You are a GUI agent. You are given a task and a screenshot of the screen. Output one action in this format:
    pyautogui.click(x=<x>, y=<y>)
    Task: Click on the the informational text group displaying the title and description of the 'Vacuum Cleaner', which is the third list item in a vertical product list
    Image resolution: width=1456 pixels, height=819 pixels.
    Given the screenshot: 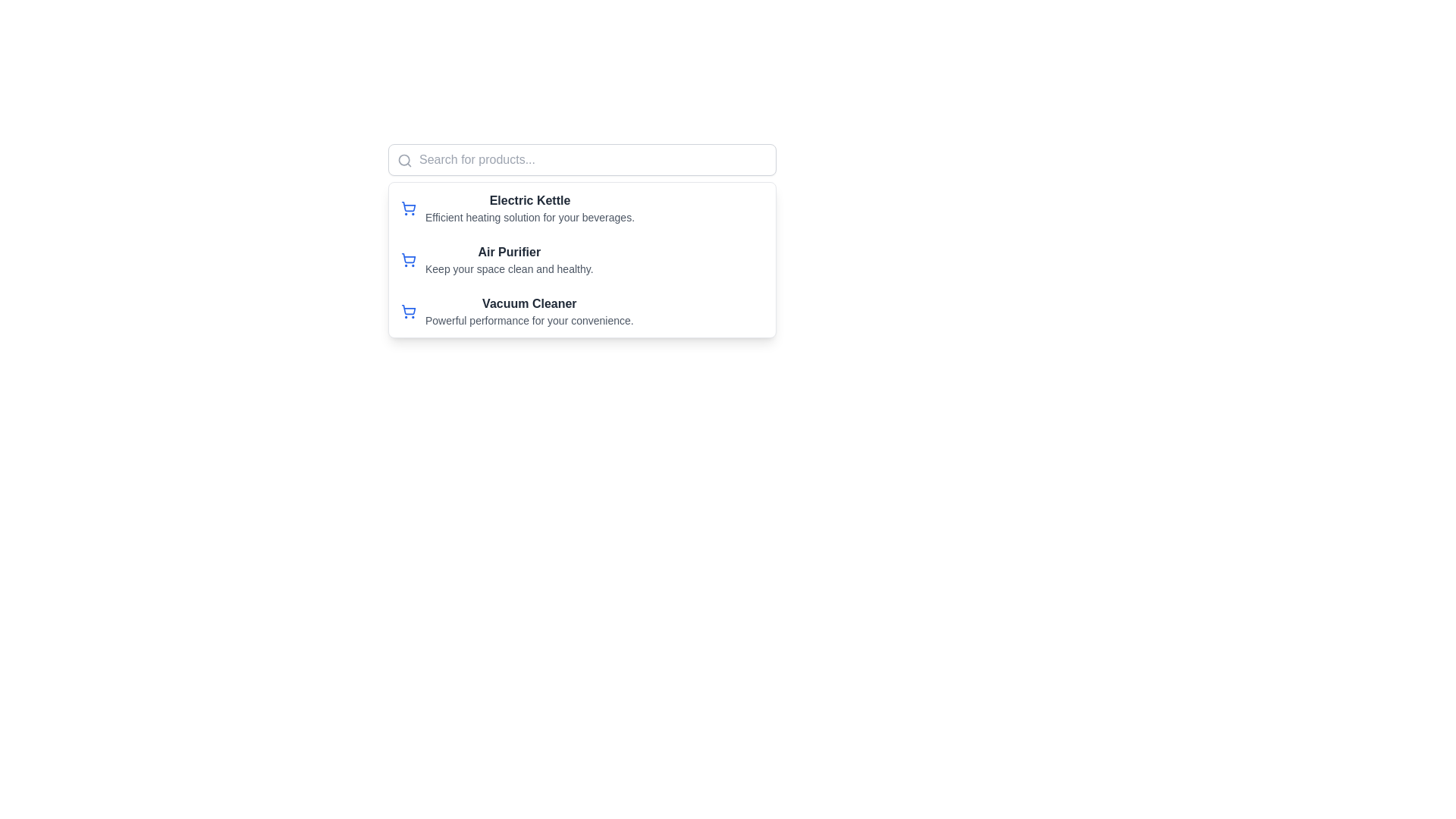 What is the action you would take?
    pyautogui.click(x=529, y=311)
    